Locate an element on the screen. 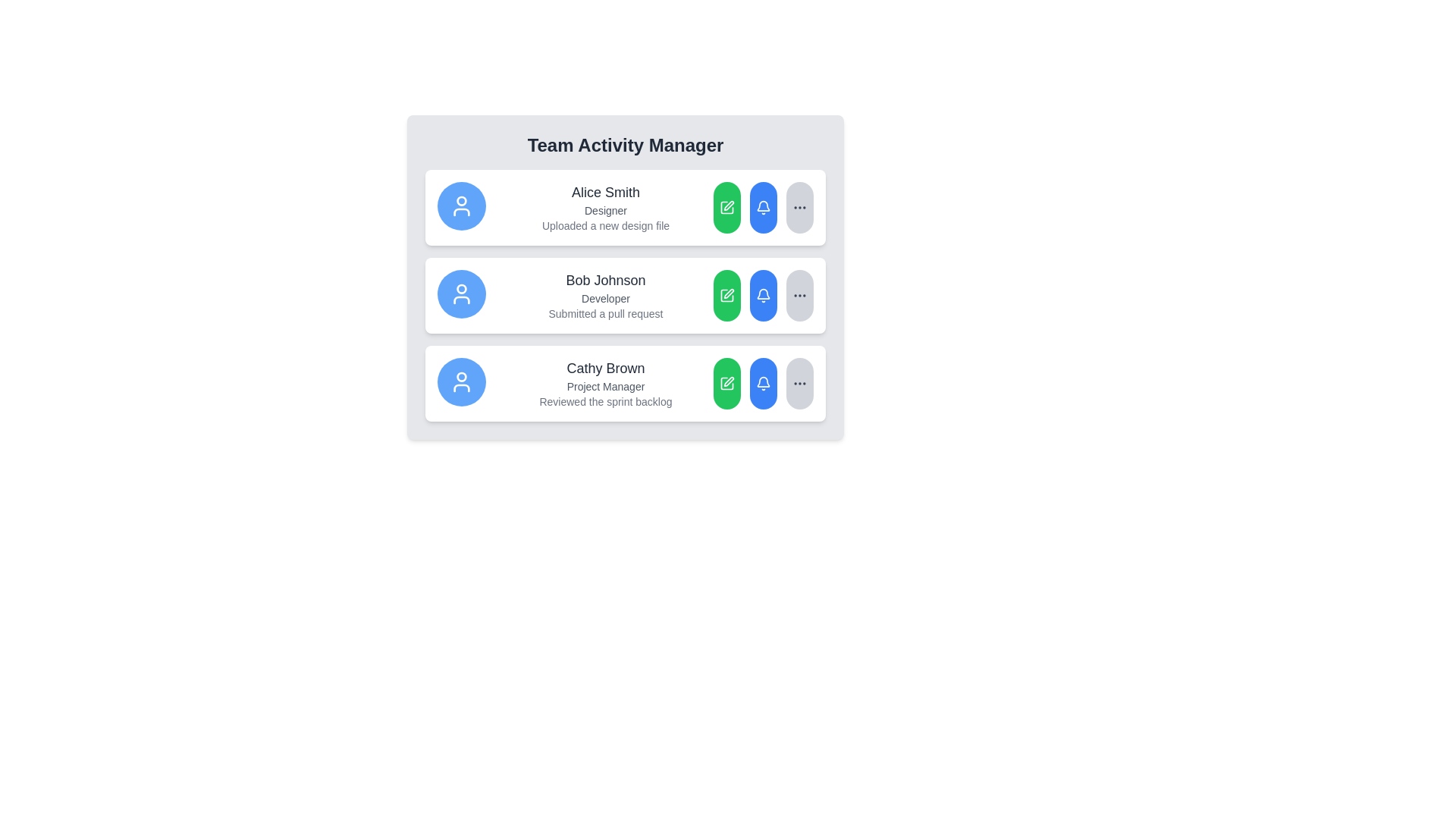  the text content display indicating the activity of Alice Smith, located in the first card of the 'Team Activity Manager' section, positioned in the middle-right of the card next to a circular blue icon is located at coordinates (604, 207).